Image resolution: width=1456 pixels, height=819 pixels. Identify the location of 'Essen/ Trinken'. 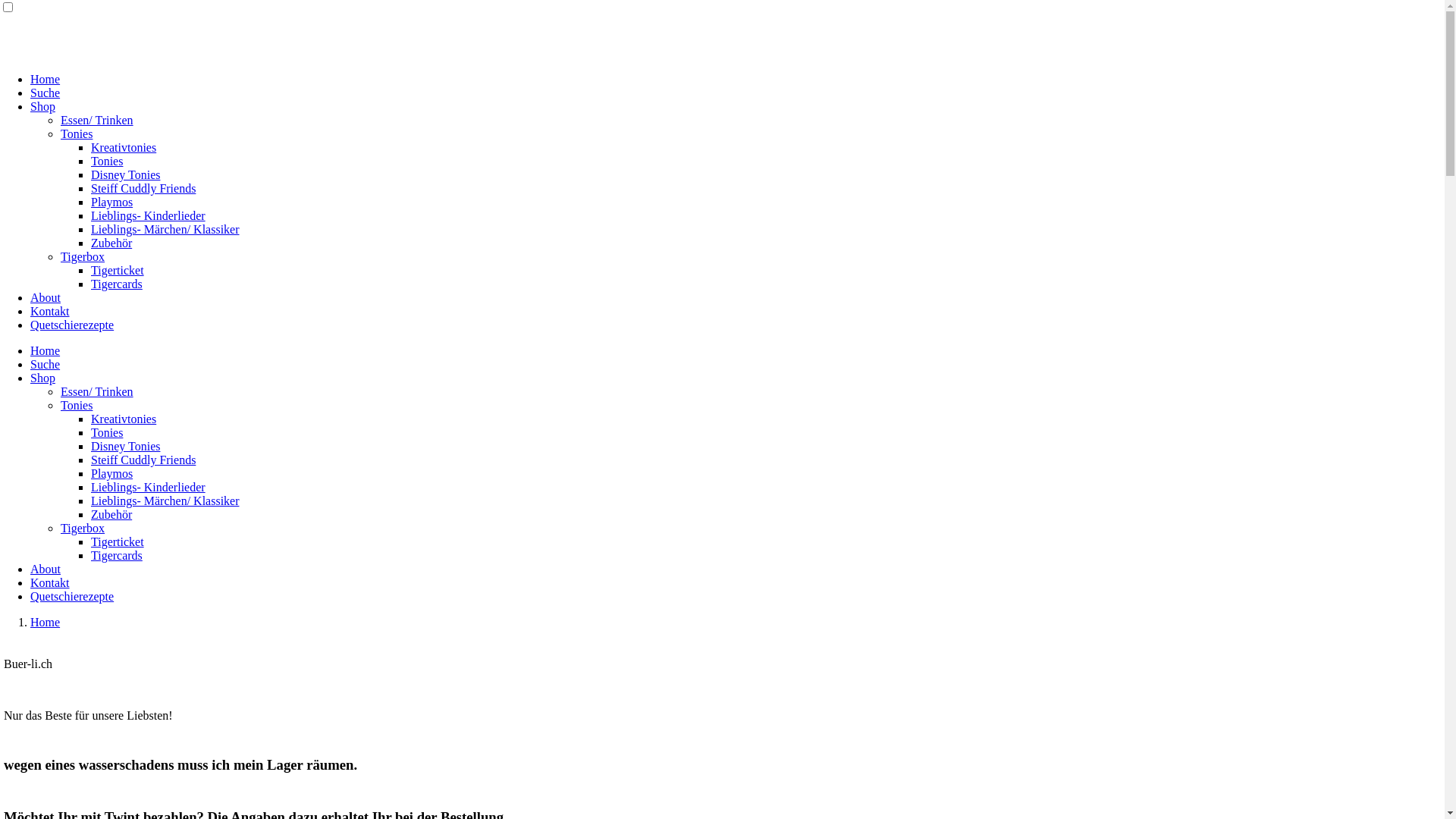
(96, 119).